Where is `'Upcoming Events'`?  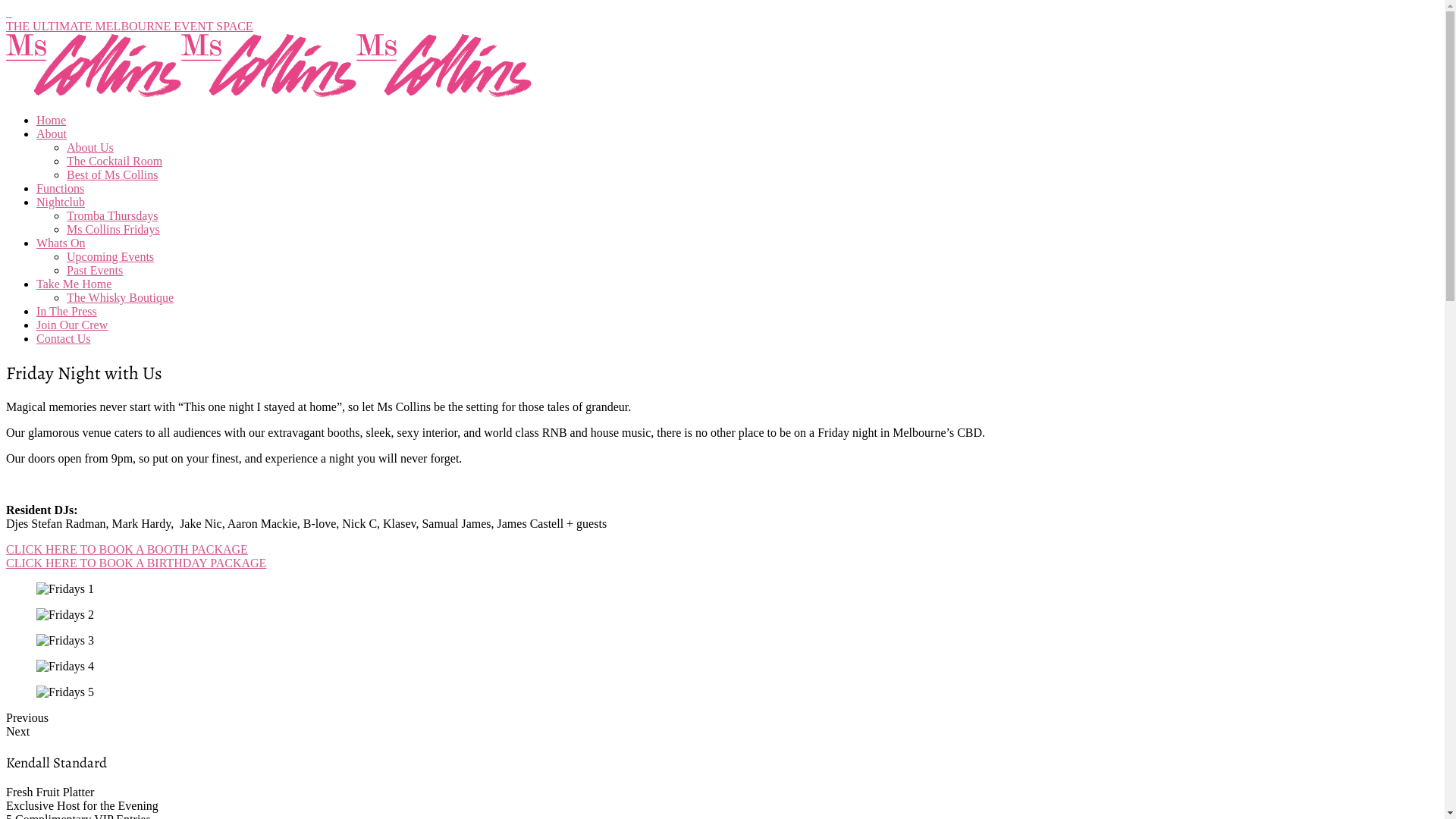
'Upcoming Events' is located at coordinates (109, 256).